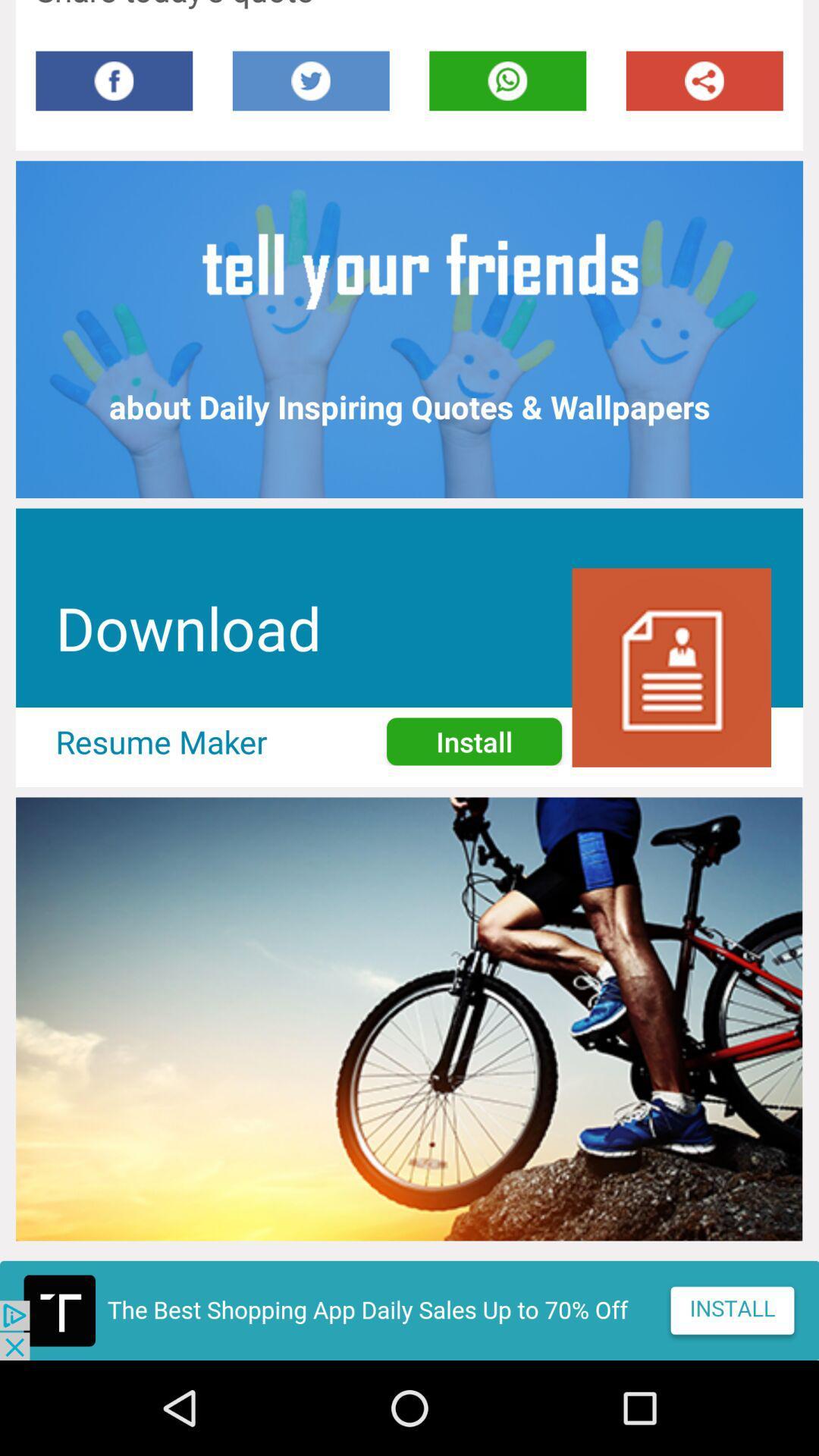  Describe the element at coordinates (409, 1310) in the screenshot. I see `advertisement banner` at that location.